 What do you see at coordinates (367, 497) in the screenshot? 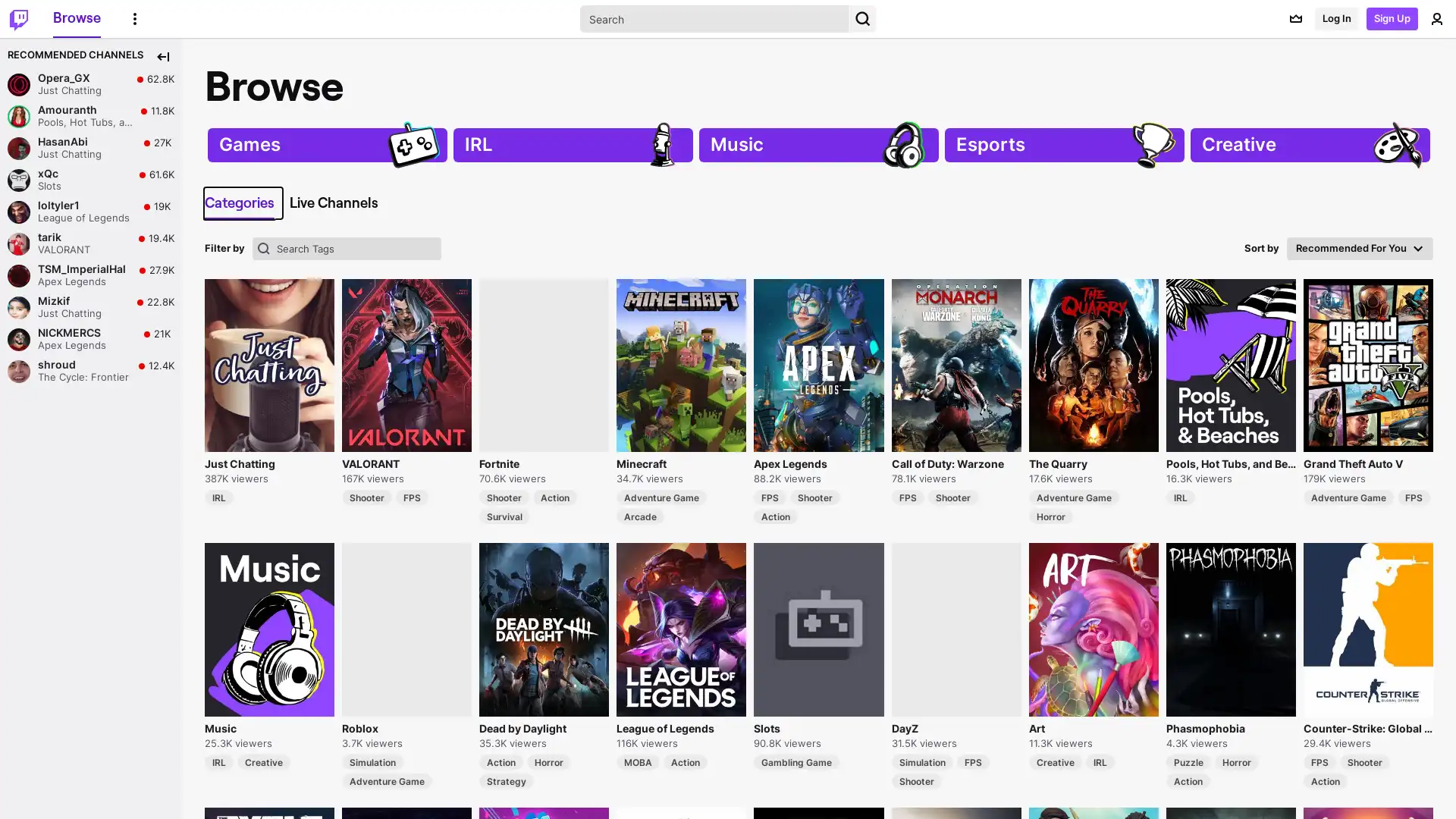
I see `Shooter` at bounding box center [367, 497].